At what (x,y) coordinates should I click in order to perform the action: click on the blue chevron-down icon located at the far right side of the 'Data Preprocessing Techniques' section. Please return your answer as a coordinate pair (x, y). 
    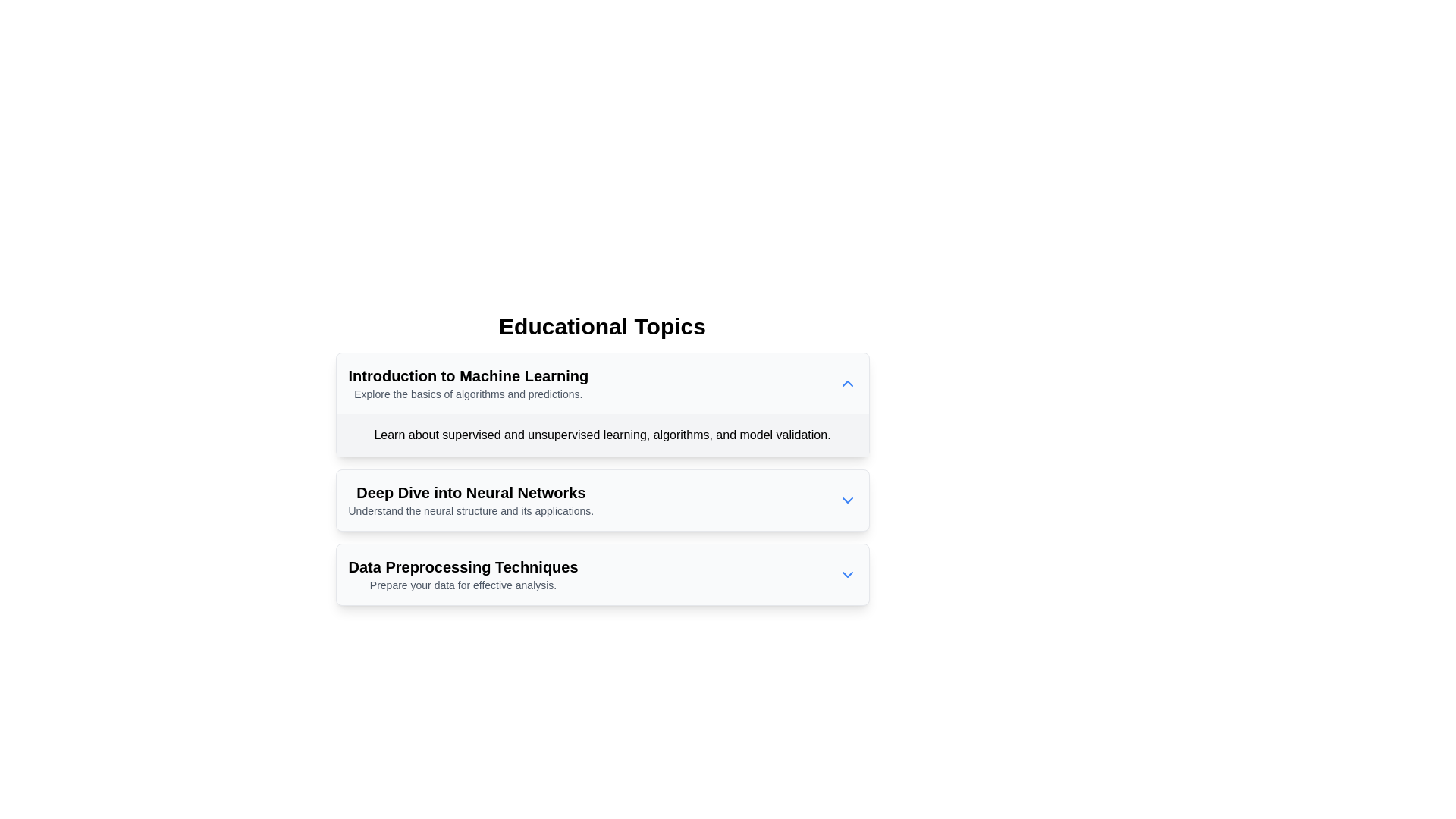
    Looking at the image, I should click on (846, 575).